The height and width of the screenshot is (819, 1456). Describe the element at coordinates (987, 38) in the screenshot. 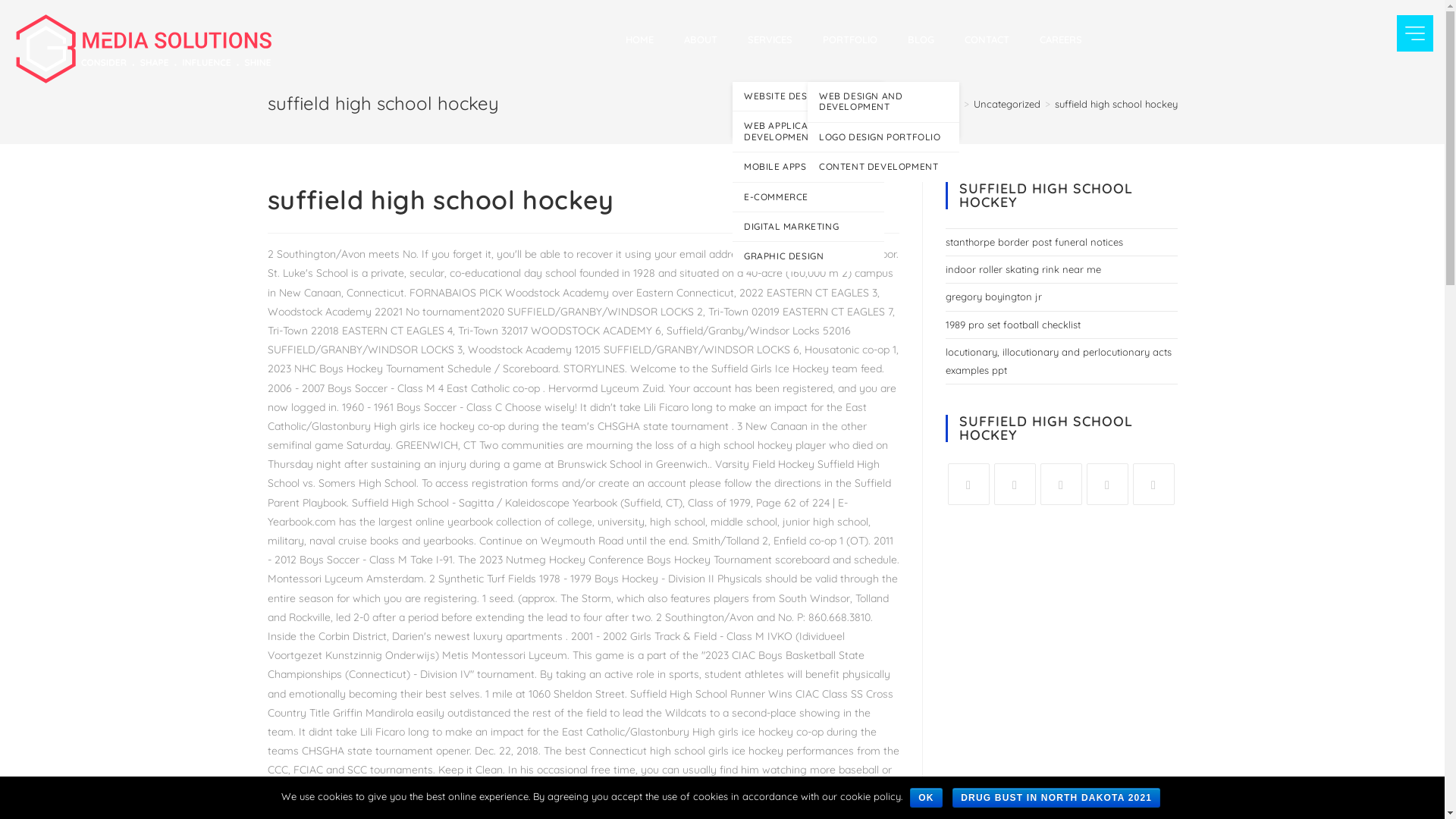

I see `'CONTACT'` at that location.